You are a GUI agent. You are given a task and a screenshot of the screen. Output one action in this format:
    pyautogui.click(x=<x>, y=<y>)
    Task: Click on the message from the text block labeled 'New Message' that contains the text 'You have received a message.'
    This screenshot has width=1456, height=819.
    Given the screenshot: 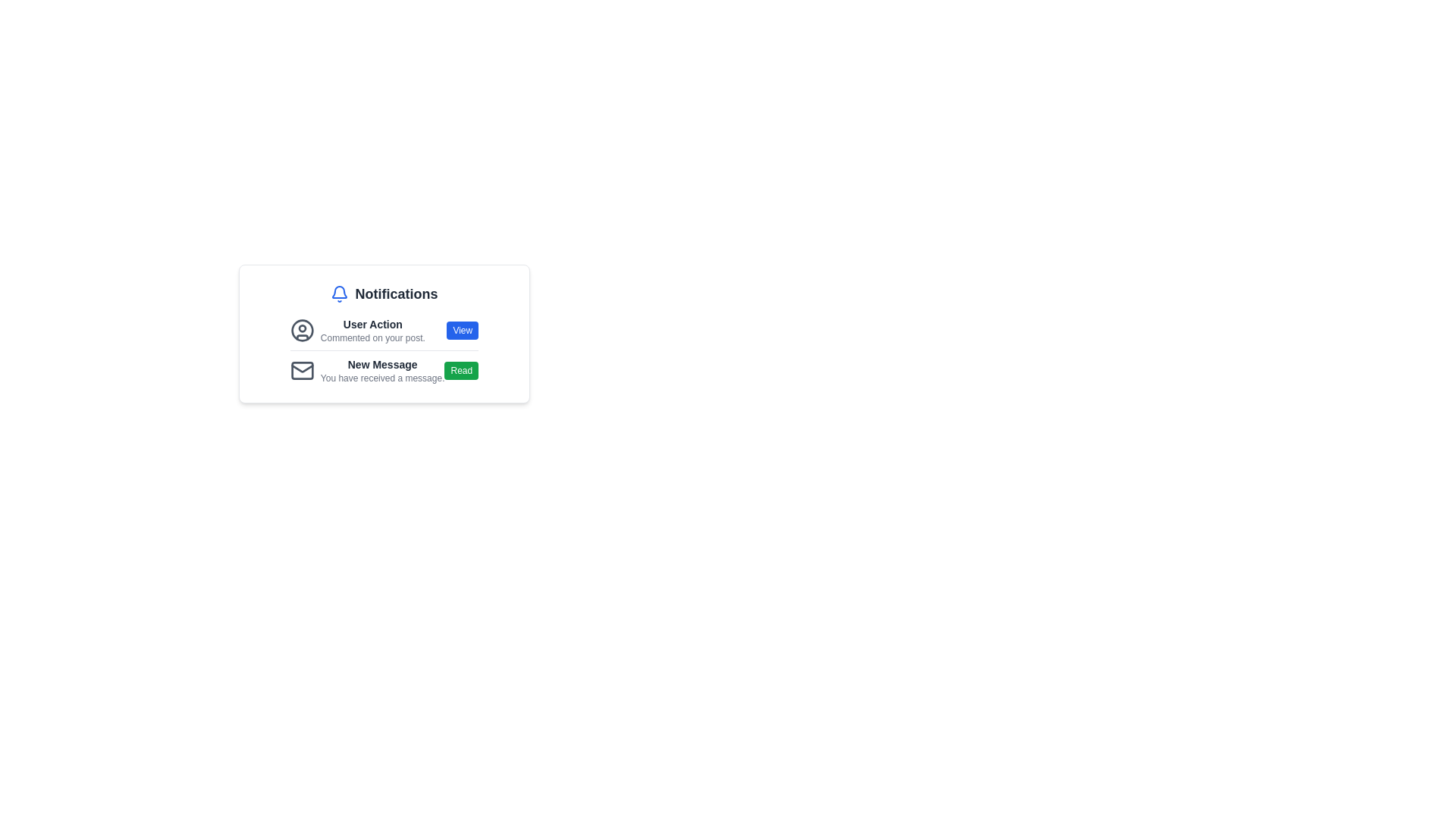 What is the action you would take?
    pyautogui.click(x=382, y=371)
    